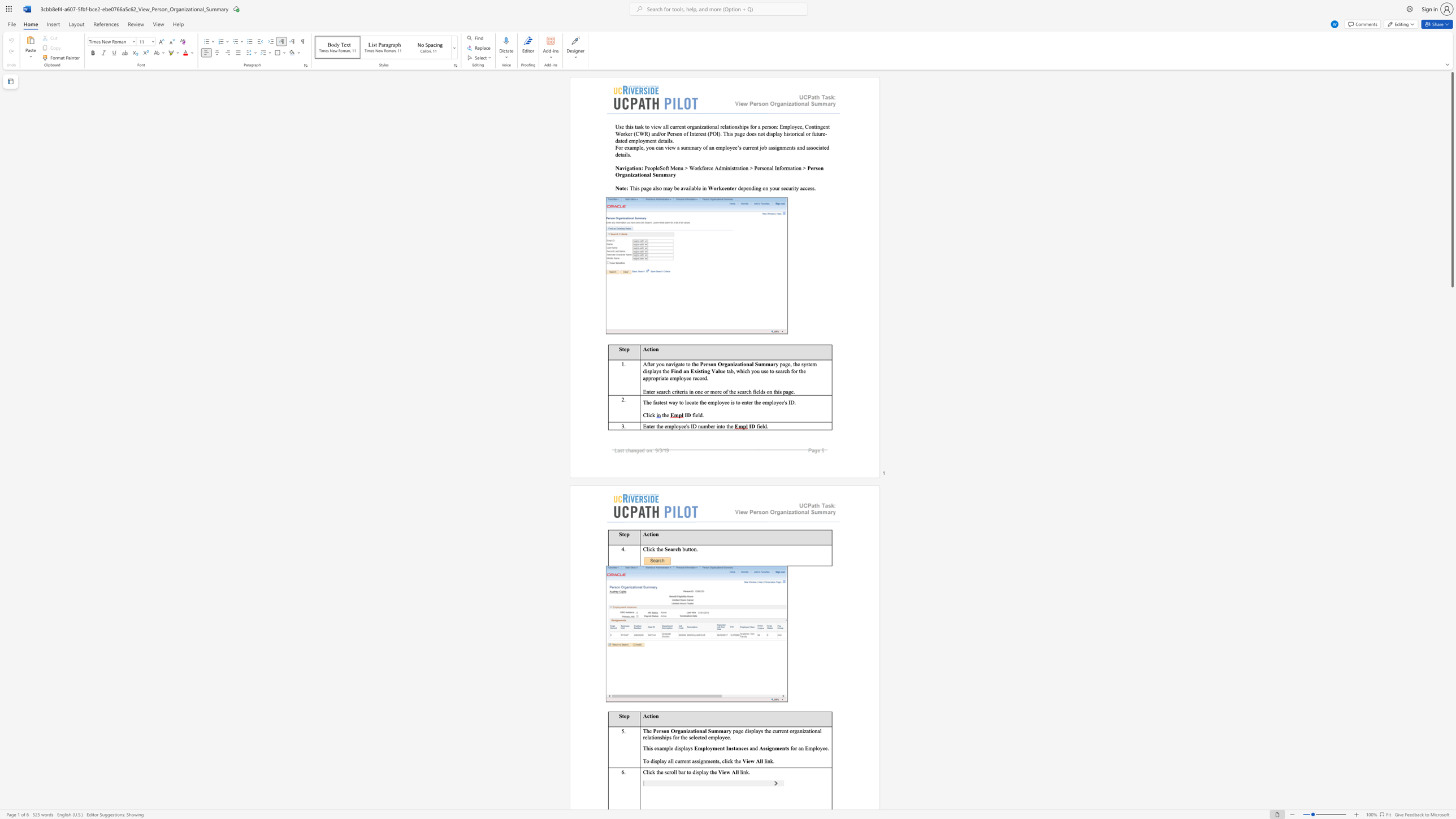  What do you see at coordinates (694, 363) in the screenshot?
I see `the space between the continuous character "t" and "h" in the text` at bounding box center [694, 363].